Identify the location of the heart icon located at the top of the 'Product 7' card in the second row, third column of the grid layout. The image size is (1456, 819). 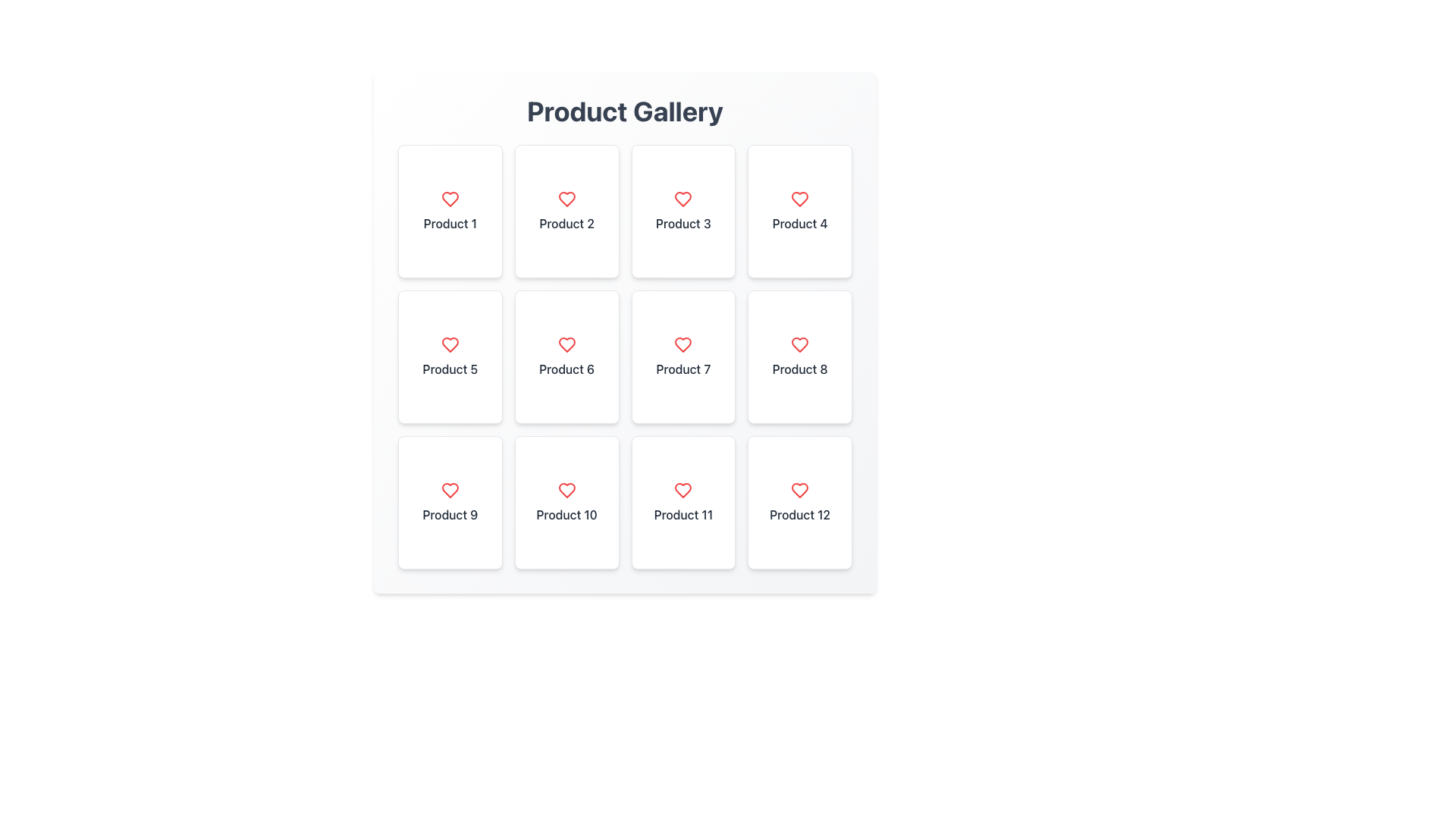
(682, 345).